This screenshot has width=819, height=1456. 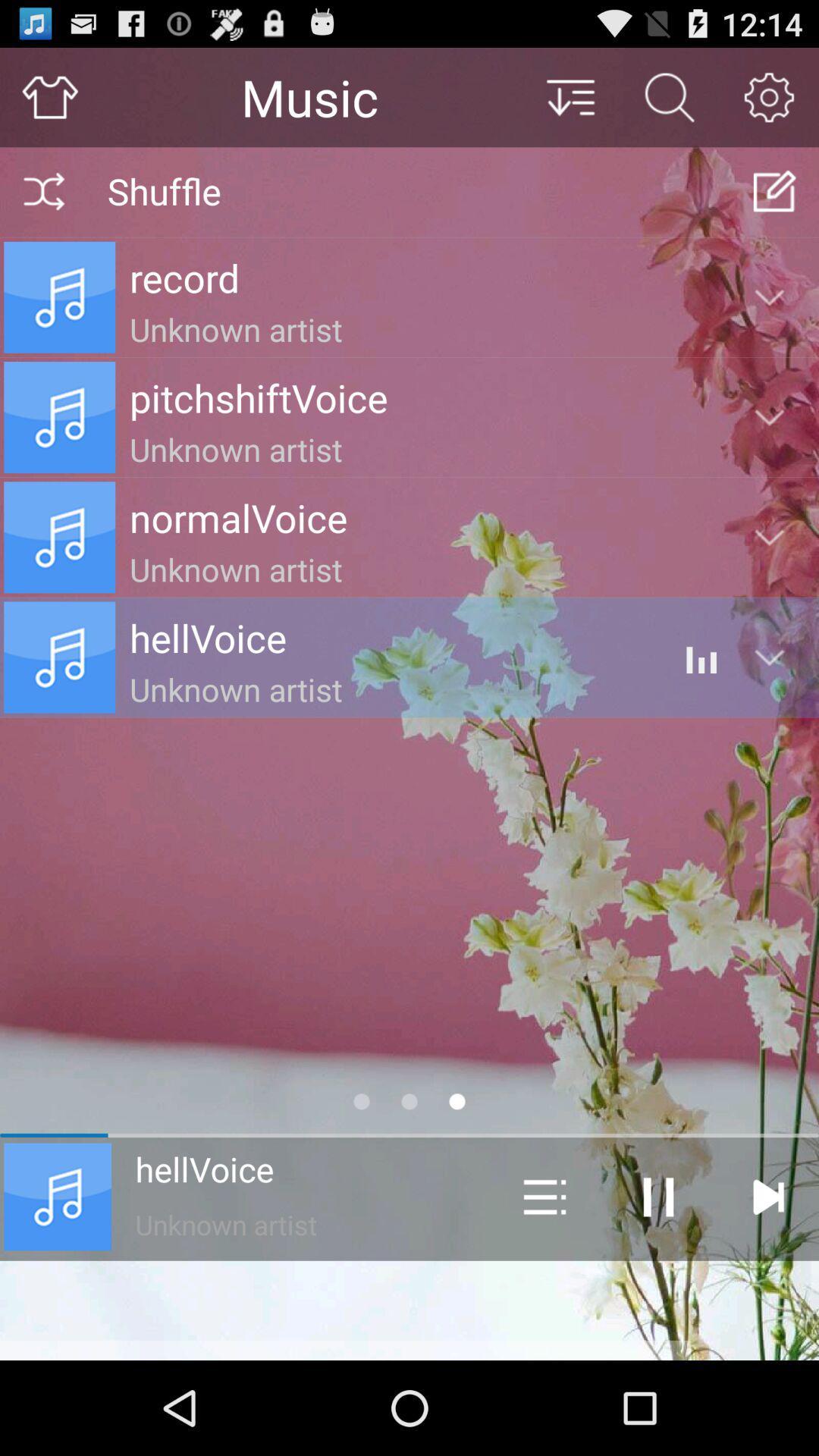 What do you see at coordinates (669, 103) in the screenshot?
I see `the search icon` at bounding box center [669, 103].